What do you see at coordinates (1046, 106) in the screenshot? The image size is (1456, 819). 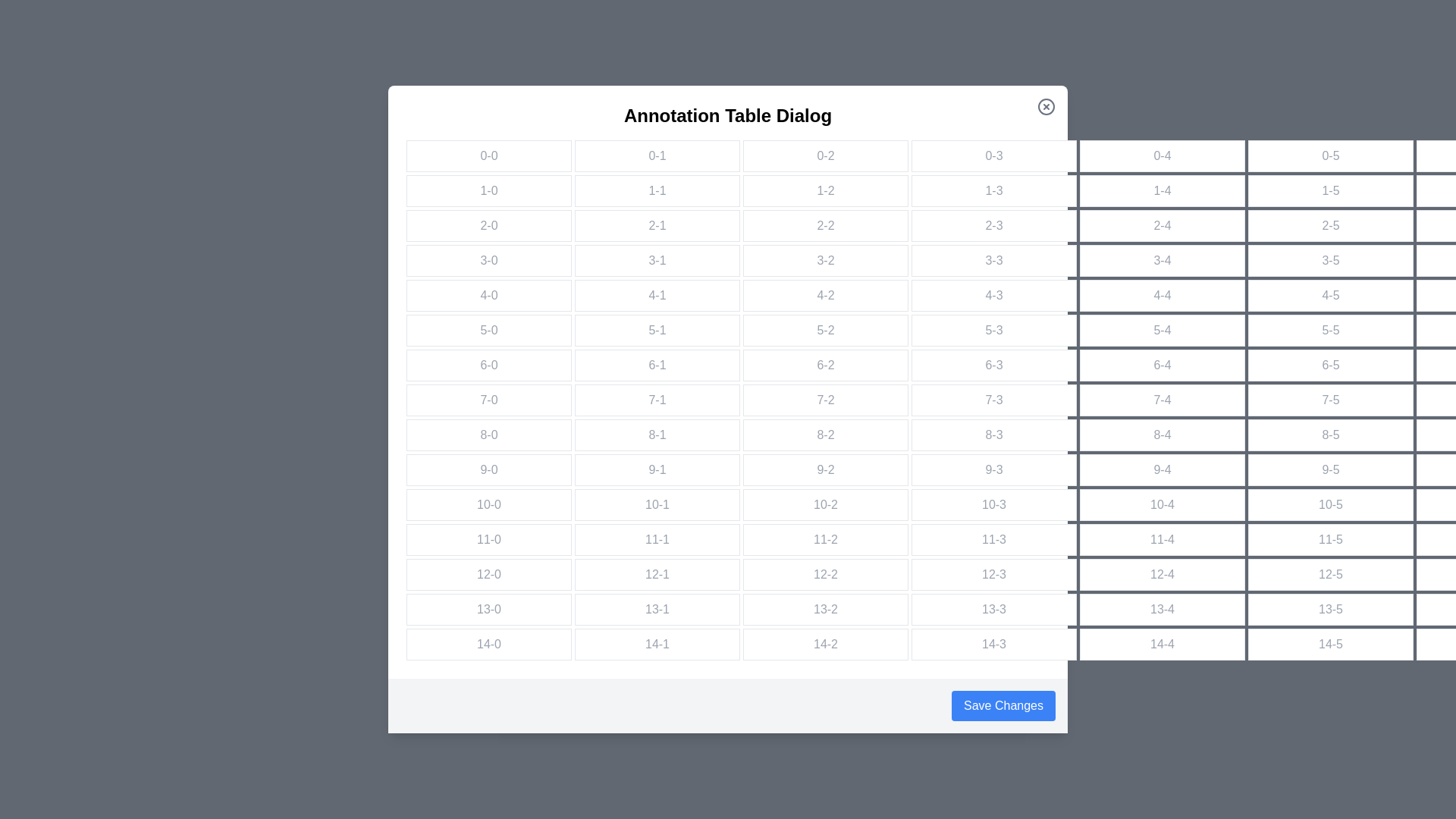 I see `the close button to close the dialog` at bounding box center [1046, 106].